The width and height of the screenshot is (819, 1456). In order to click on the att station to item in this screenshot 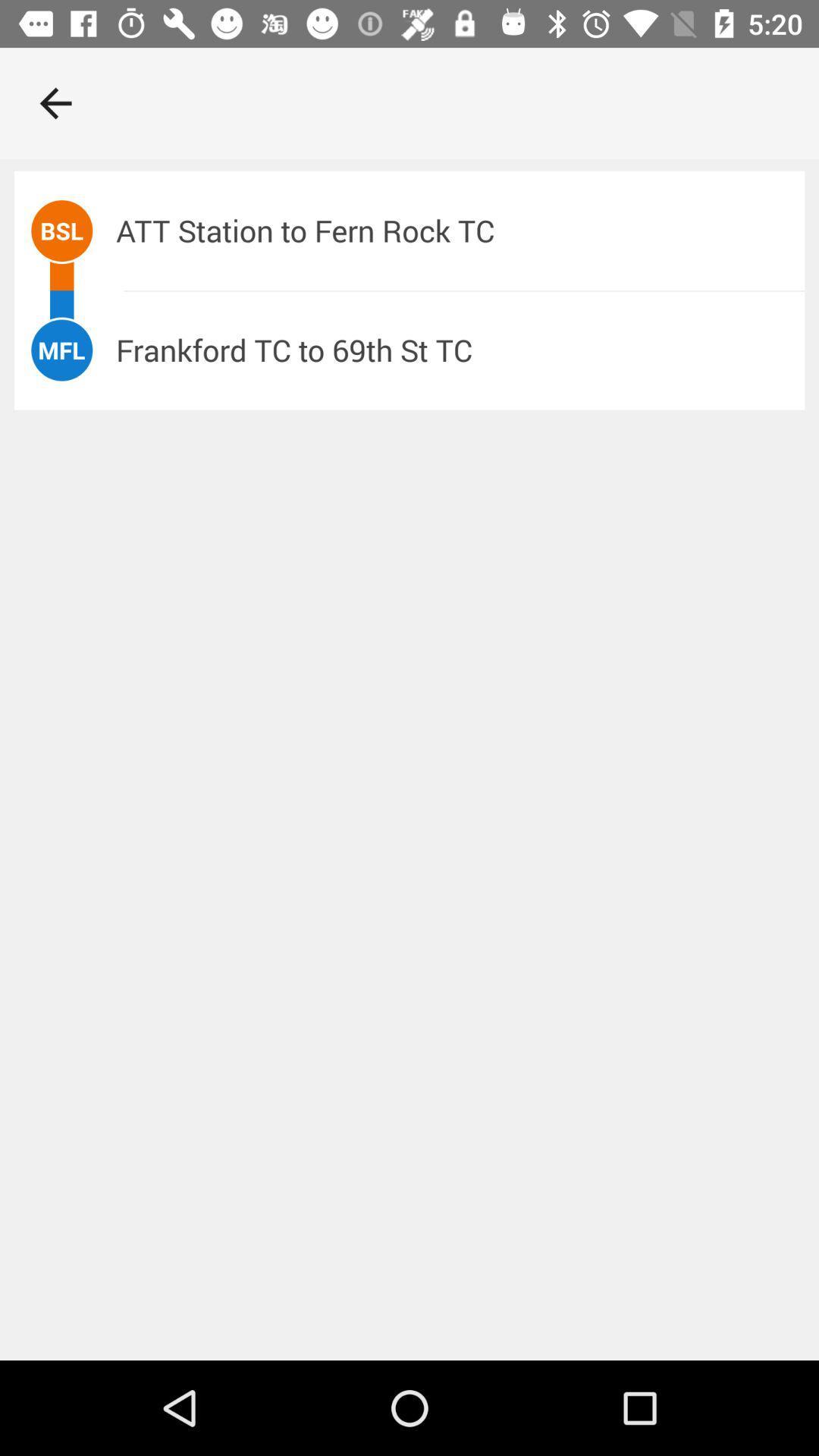, I will do `click(460, 230)`.